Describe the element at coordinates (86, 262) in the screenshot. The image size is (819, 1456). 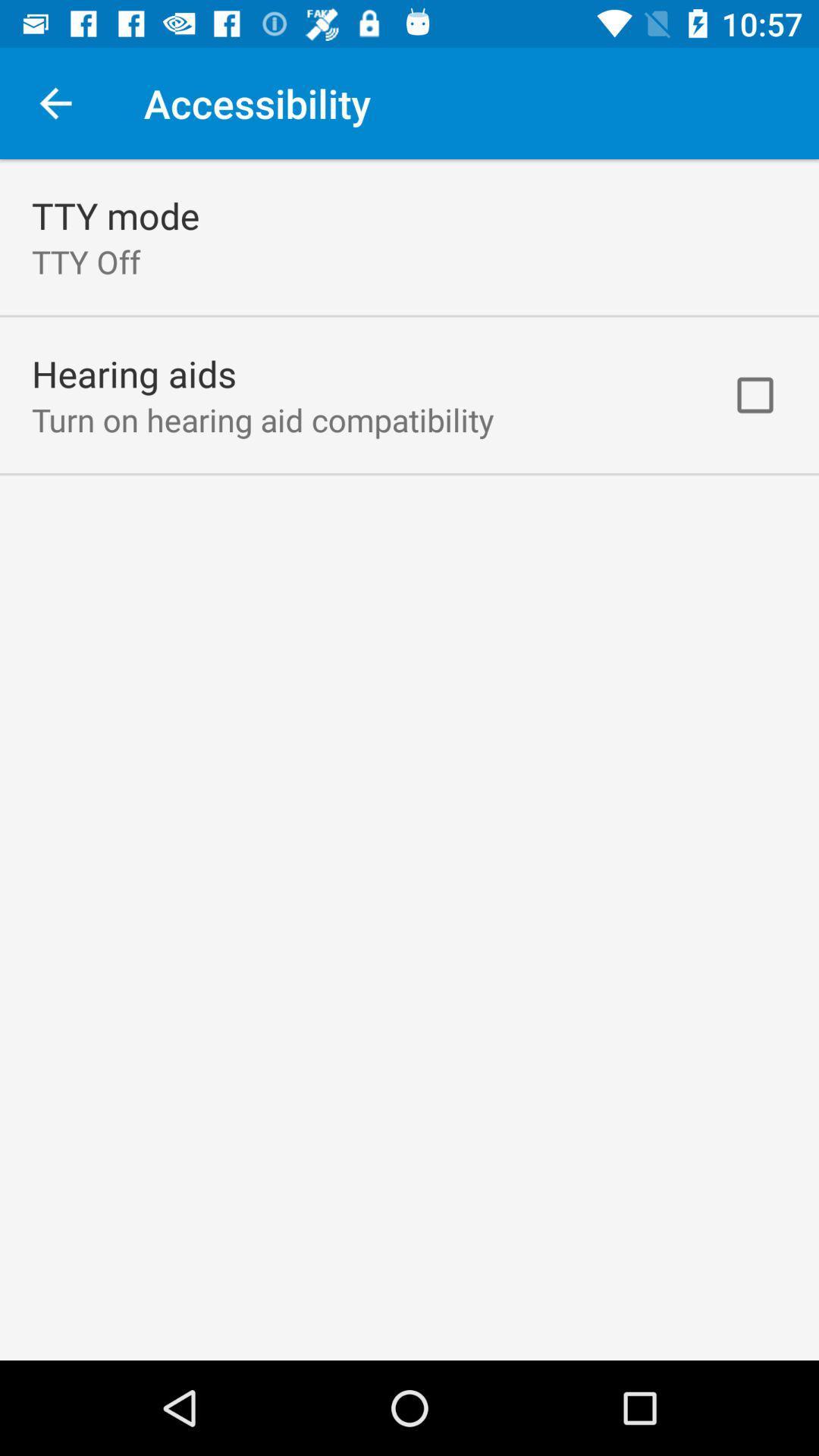
I see `item below the tty mode icon` at that location.